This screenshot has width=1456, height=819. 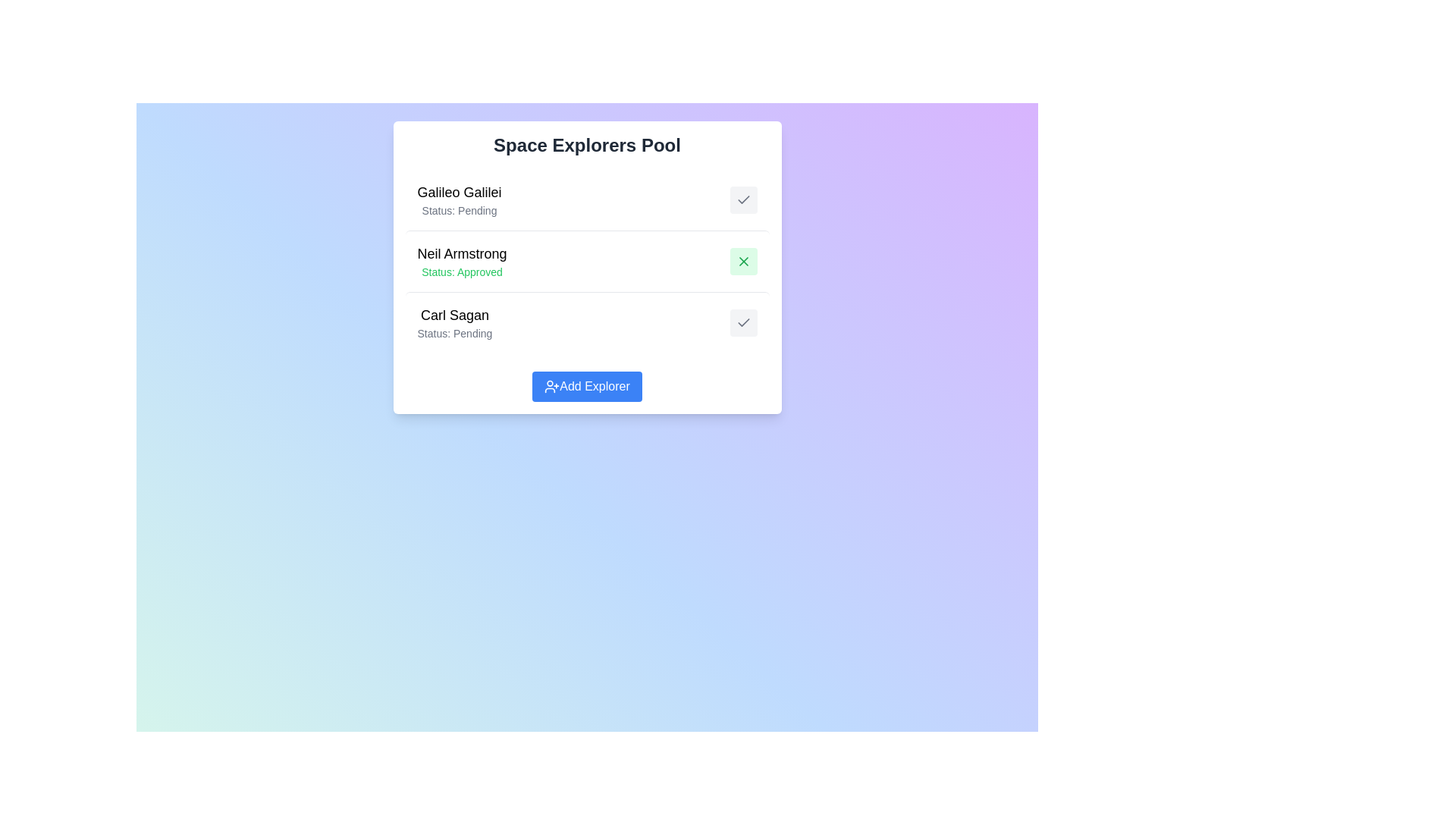 I want to click on the blue 'Add Explorer' button with white text and a user icon on the left, located at the bottom of a white card, so click(x=586, y=385).